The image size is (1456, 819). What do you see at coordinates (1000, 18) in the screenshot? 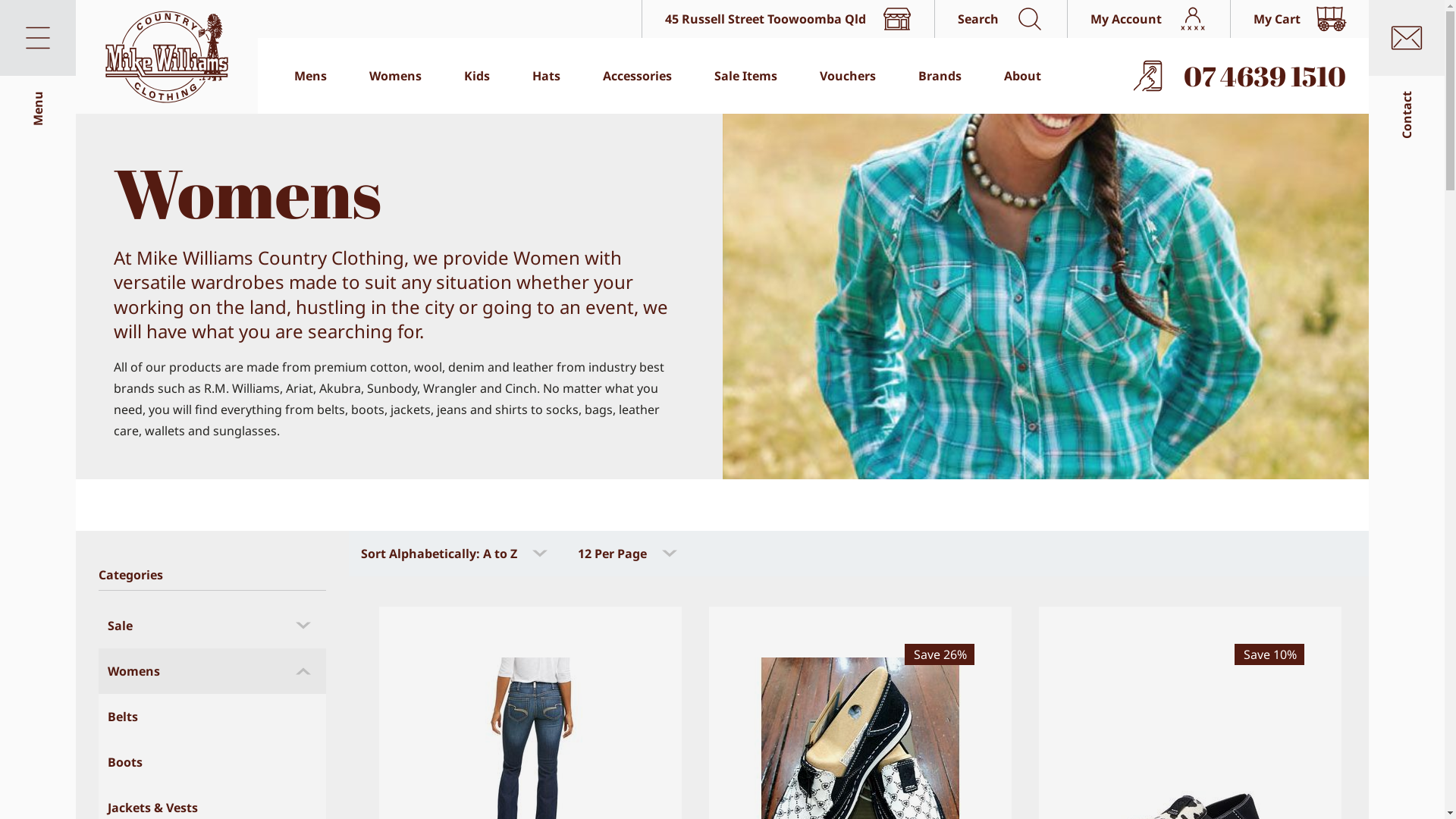
I see `'Search'` at bounding box center [1000, 18].